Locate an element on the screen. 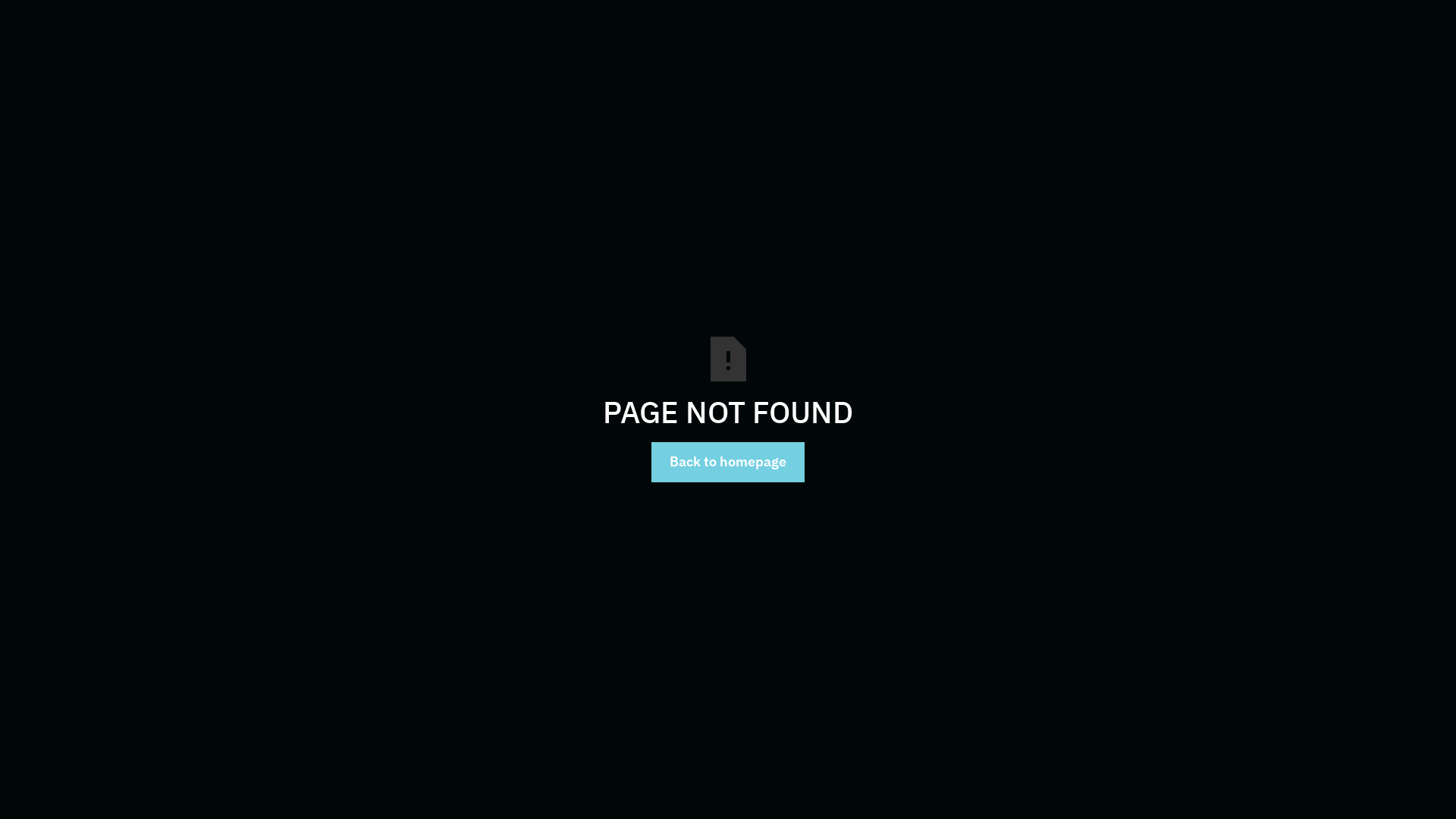 The height and width of the screenshot is (819, 1456). 'Back to homepage' is located at coordinates (728, 461).